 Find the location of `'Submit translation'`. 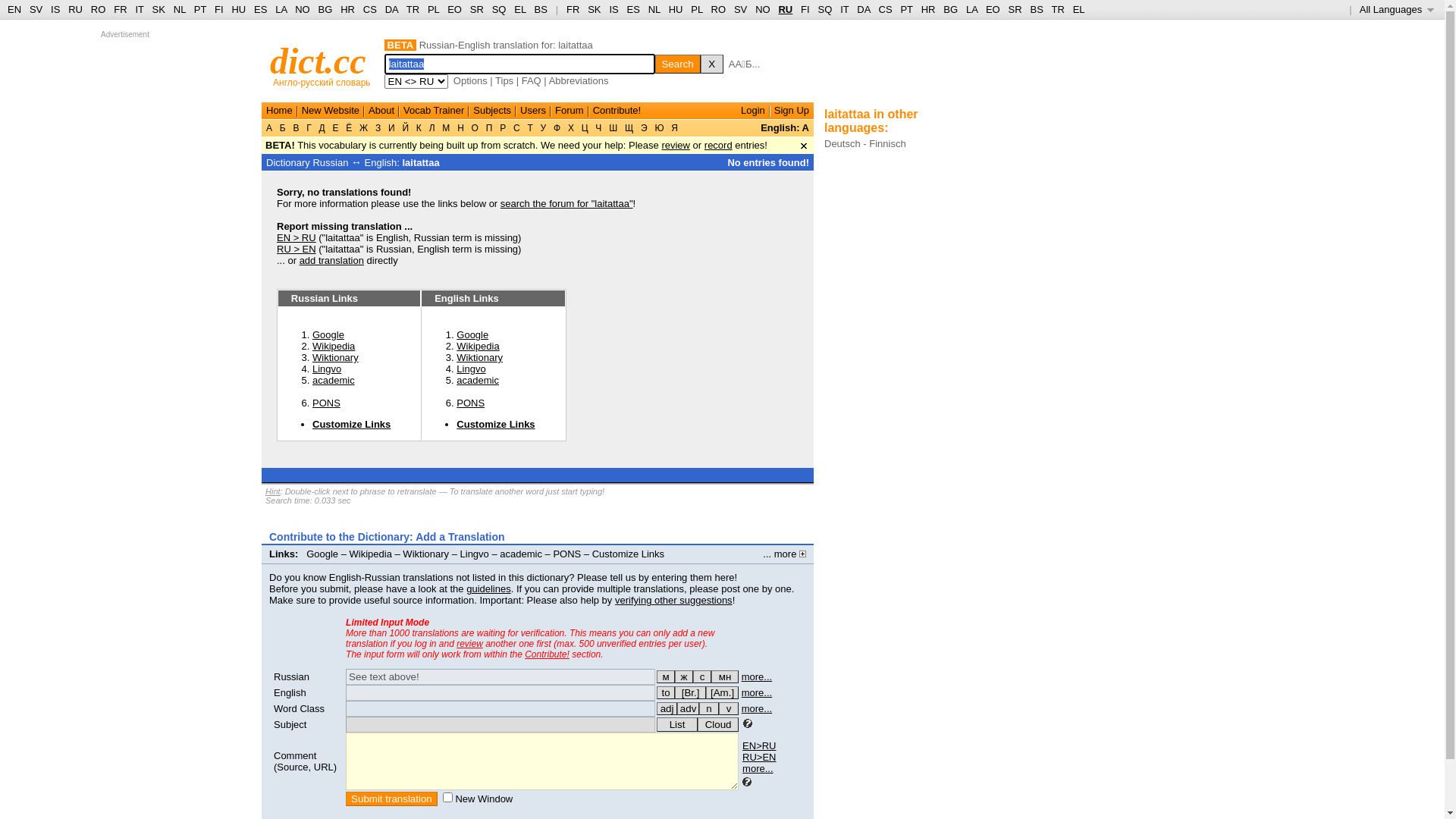

'Submit translation' is located at coordinates (391, 798).